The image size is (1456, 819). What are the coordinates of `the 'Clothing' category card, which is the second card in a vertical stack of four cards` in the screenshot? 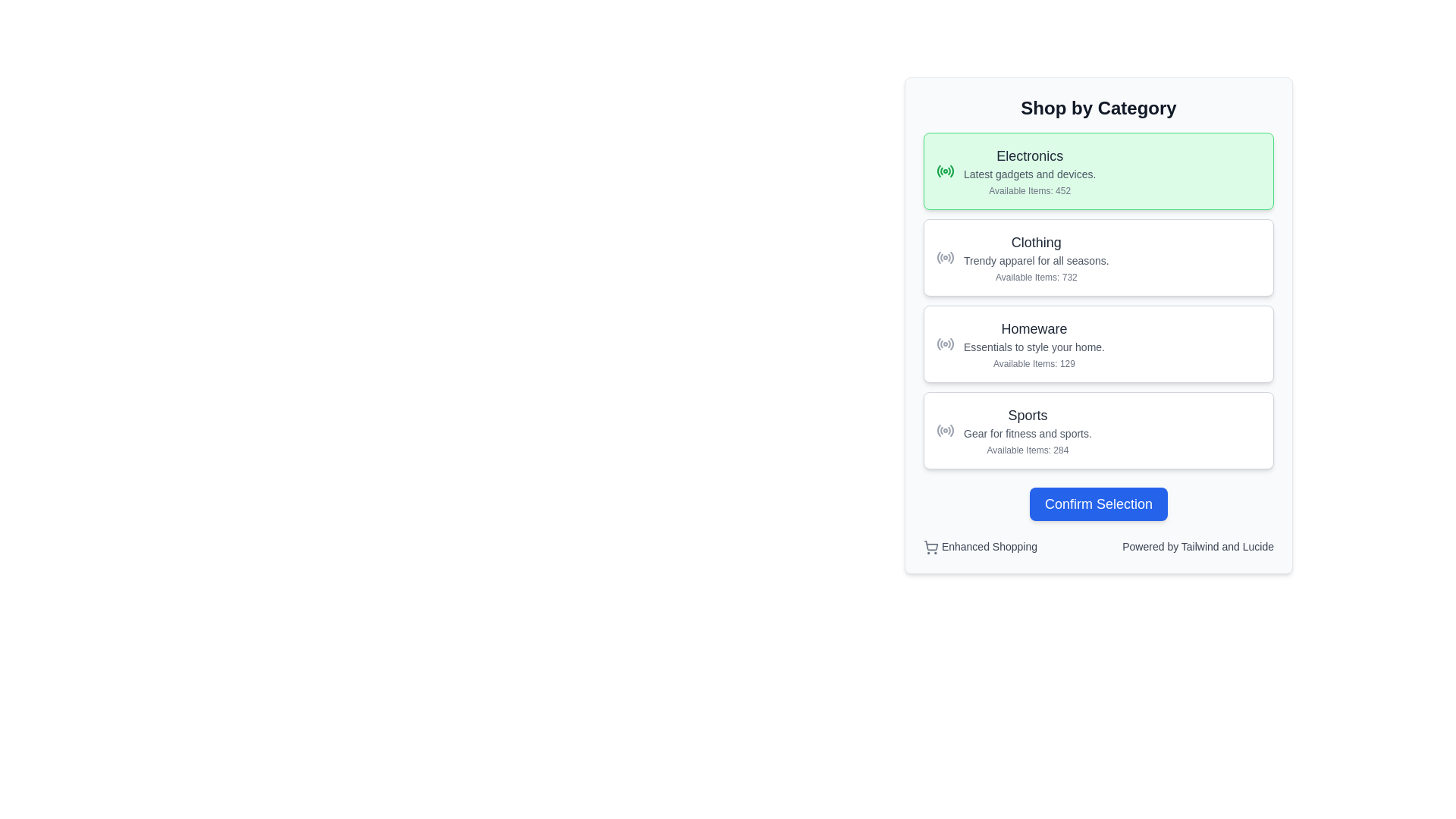 It's located at (1099, 256).